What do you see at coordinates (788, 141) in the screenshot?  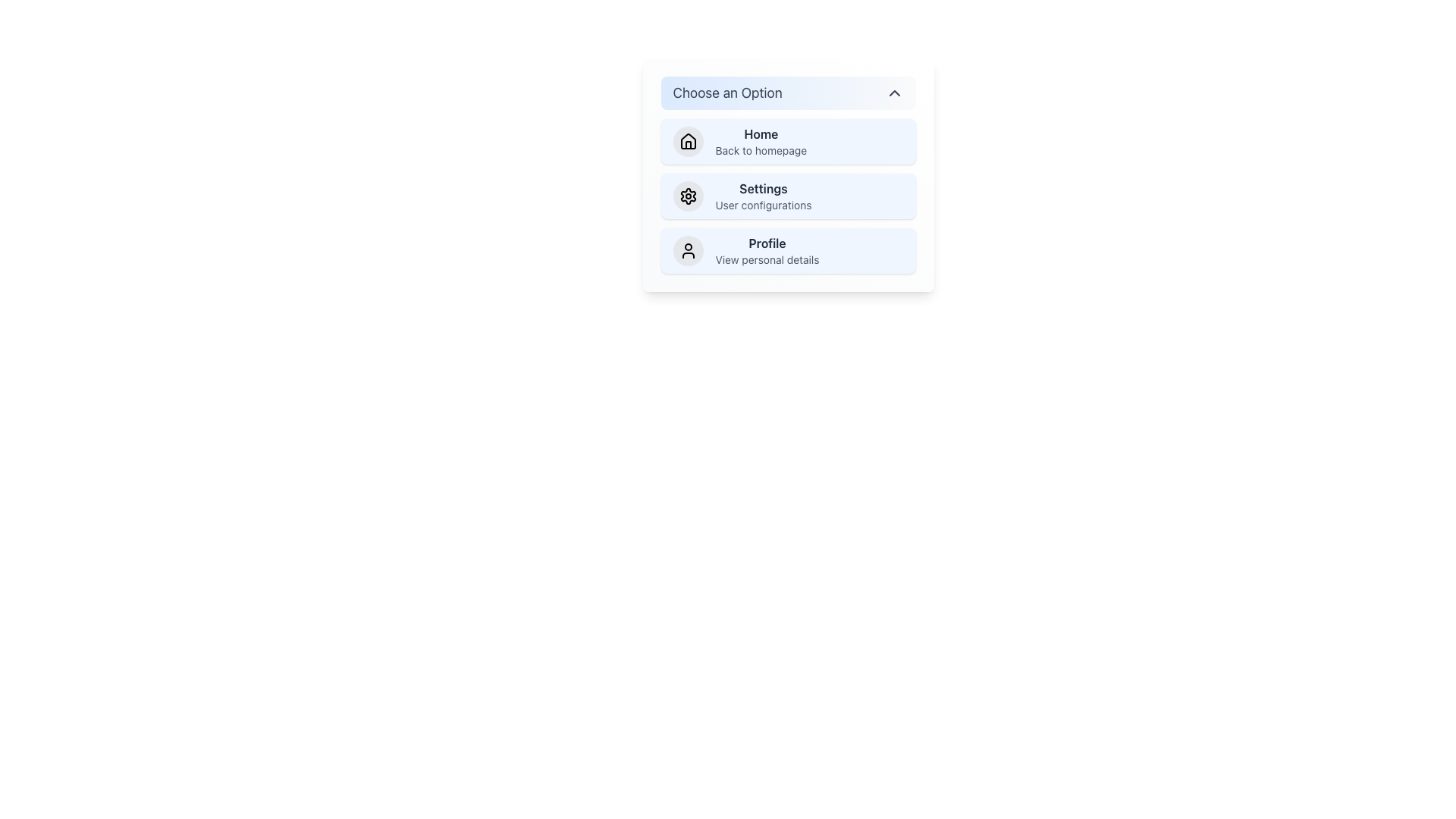 I see `the 'Home' button at the top of the button list` at bounding box center [788, 141].